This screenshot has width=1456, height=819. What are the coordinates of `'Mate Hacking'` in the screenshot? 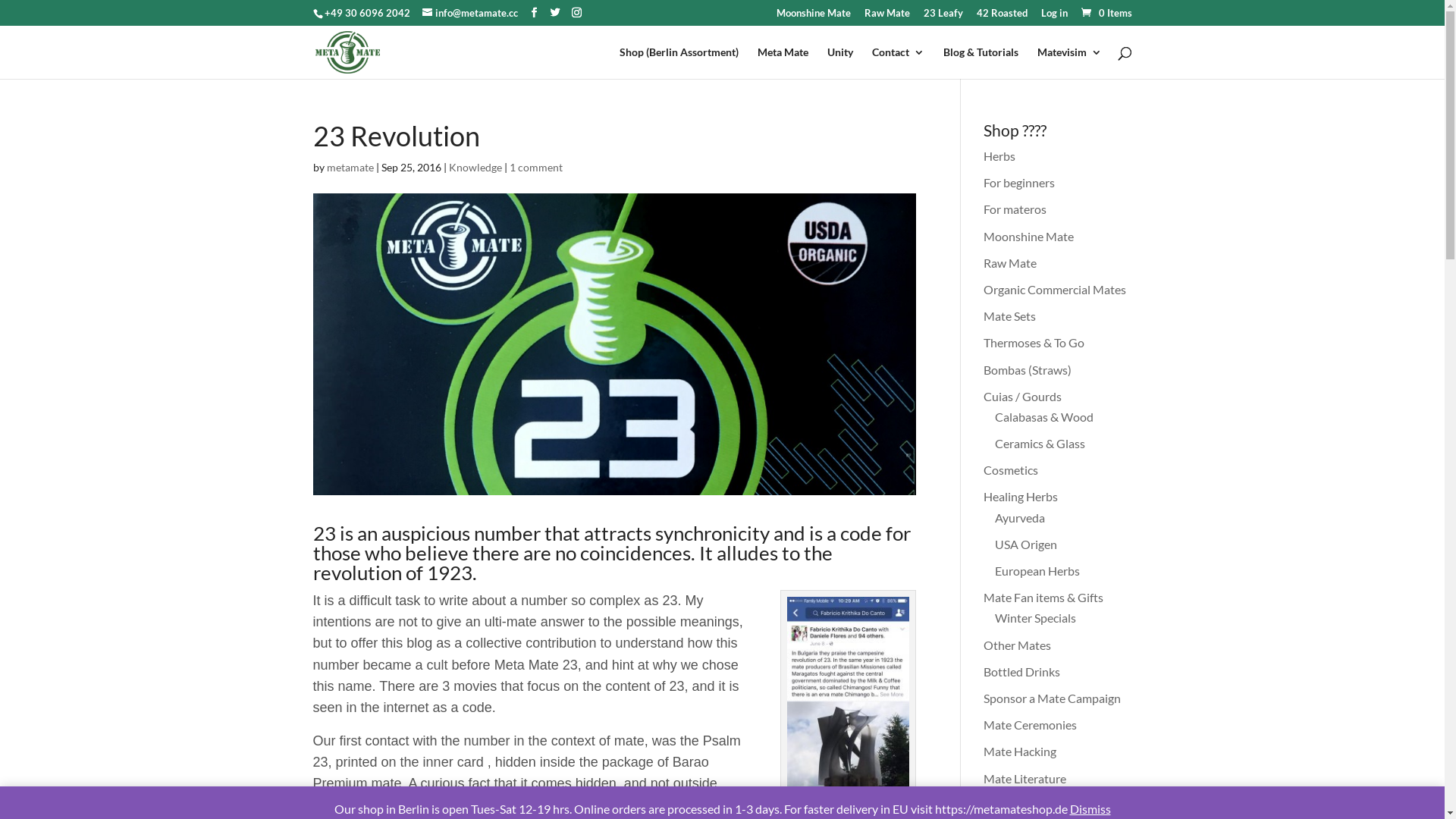 It's located at (1019, 751).